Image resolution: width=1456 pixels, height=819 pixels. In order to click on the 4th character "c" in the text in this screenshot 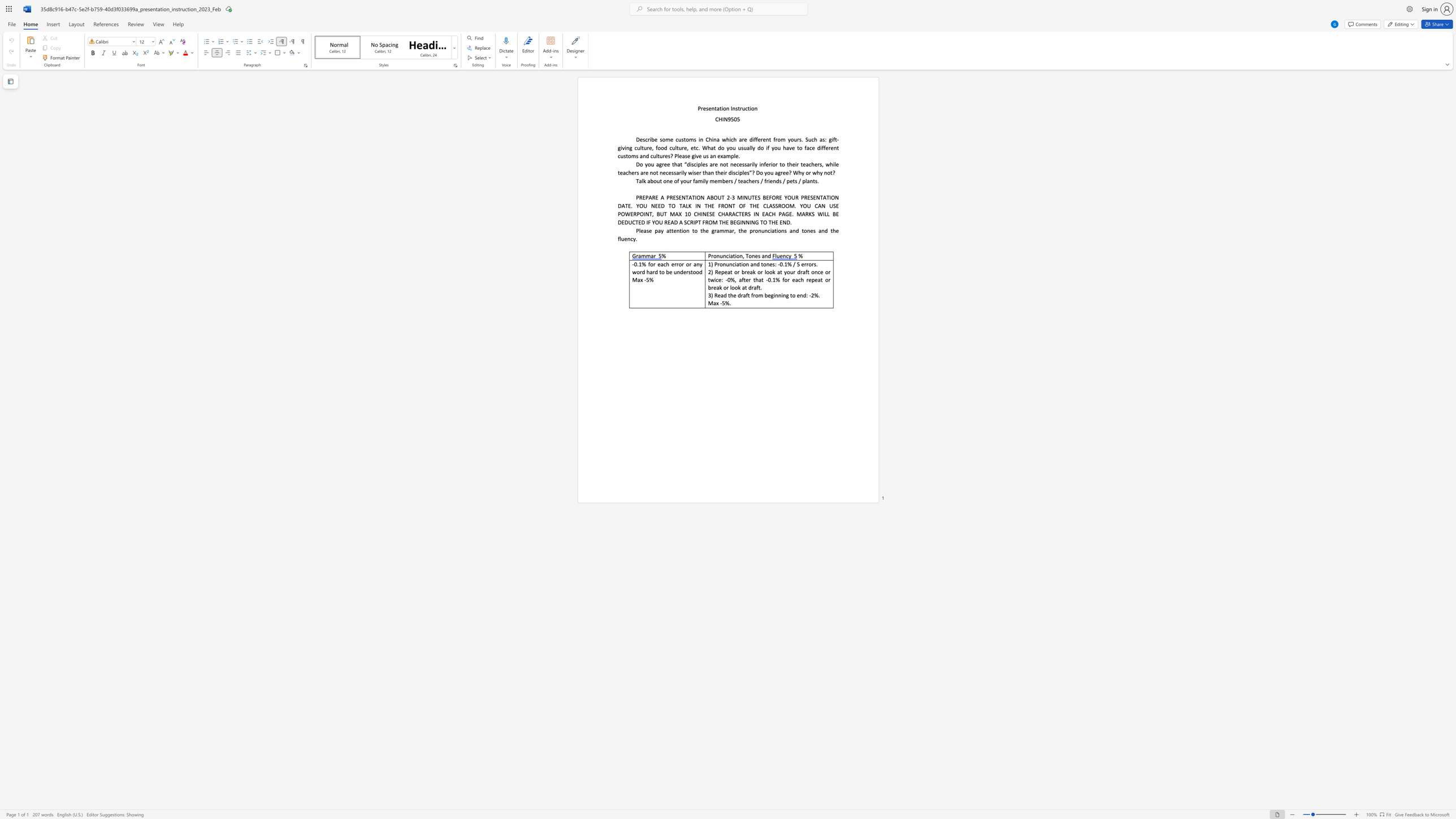, I will do `click(626, 172)`.